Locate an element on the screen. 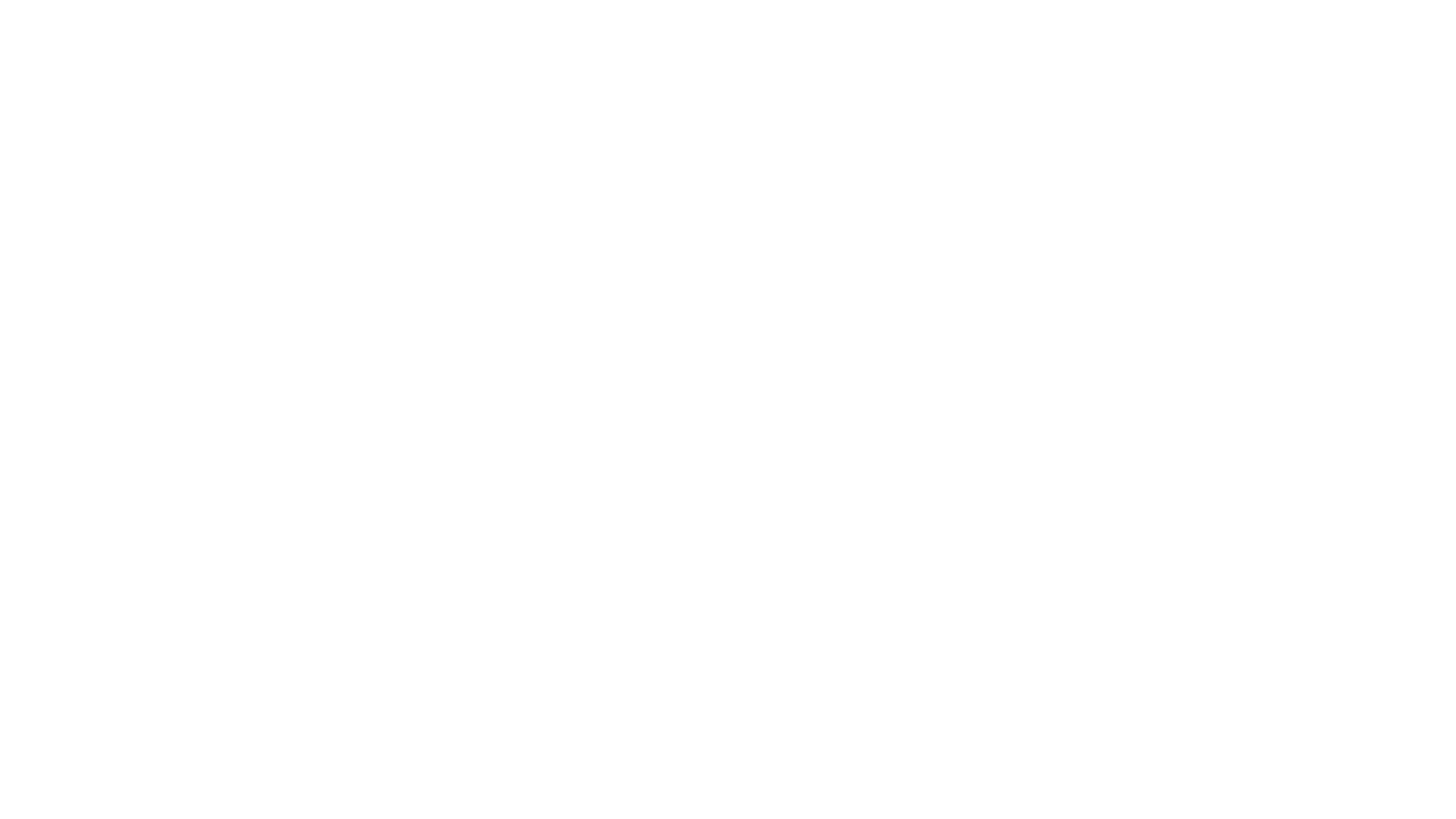 The width and height of the screenshot is (1456, 819). Industries is located at coordinates (377, 20).